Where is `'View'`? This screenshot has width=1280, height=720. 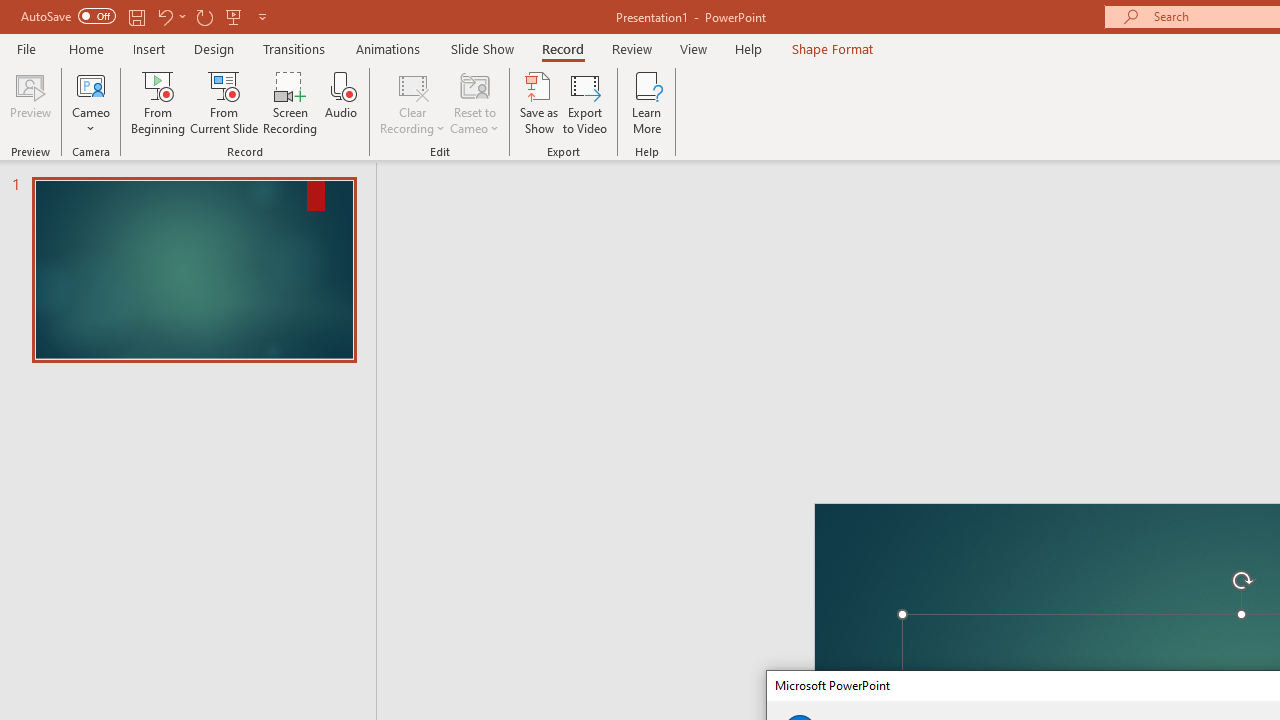
'View' is located at coordinates (693, 48).